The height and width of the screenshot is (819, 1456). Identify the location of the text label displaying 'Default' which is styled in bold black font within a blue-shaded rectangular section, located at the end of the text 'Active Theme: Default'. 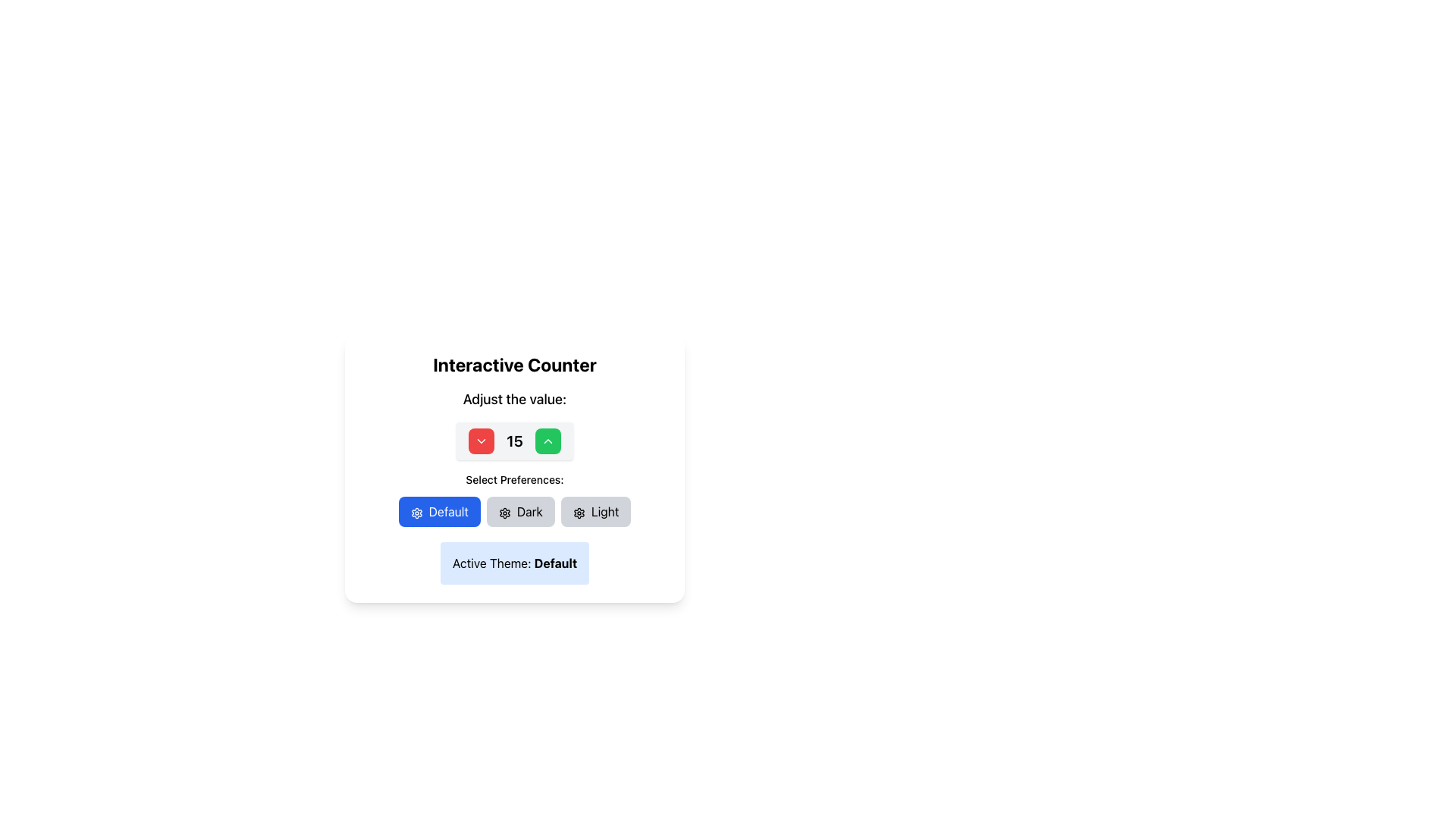
(554, 563).